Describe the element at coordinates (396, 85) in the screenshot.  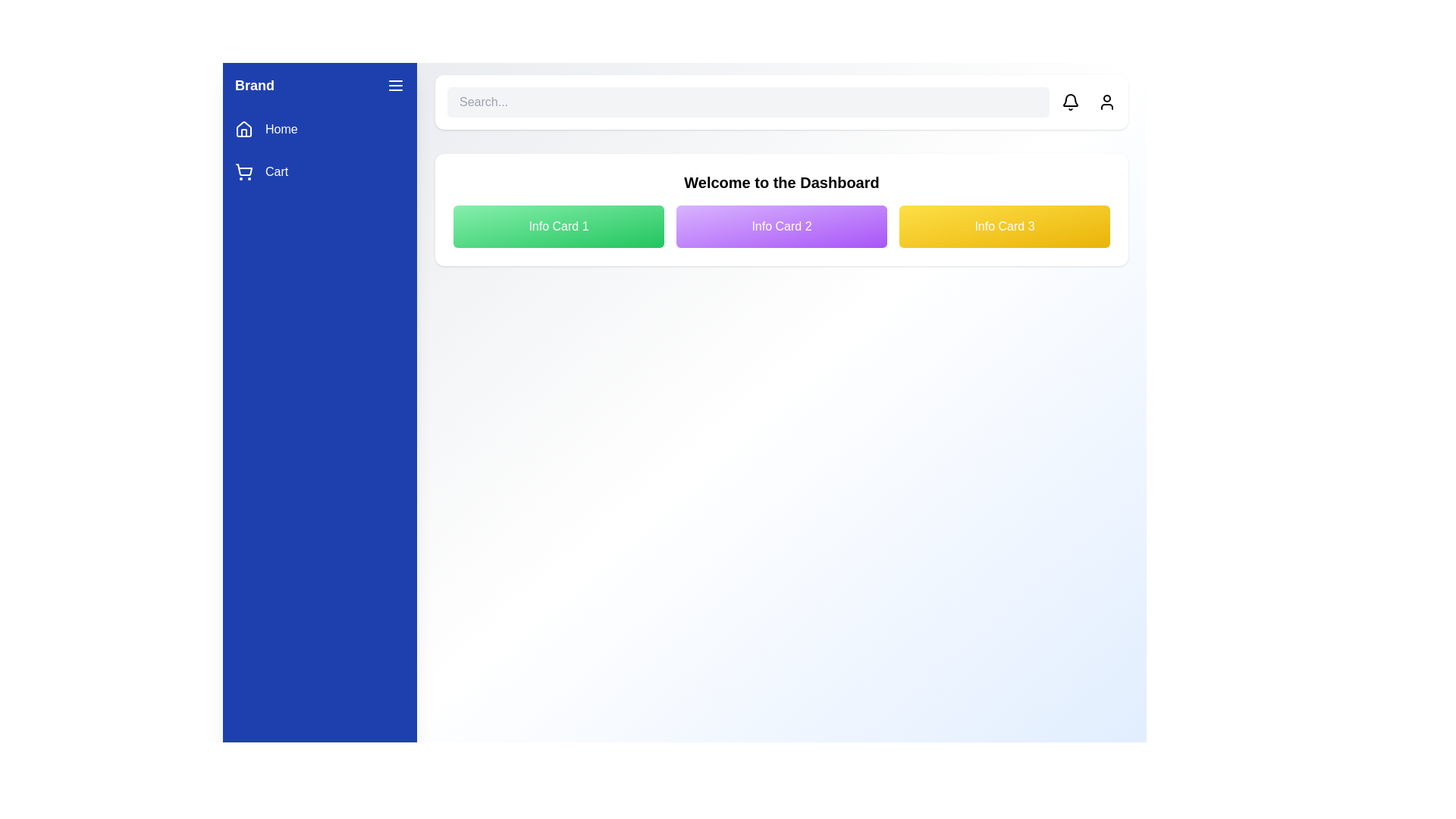
I see `the menu icon to toggle the sidebar visibility` at that location.